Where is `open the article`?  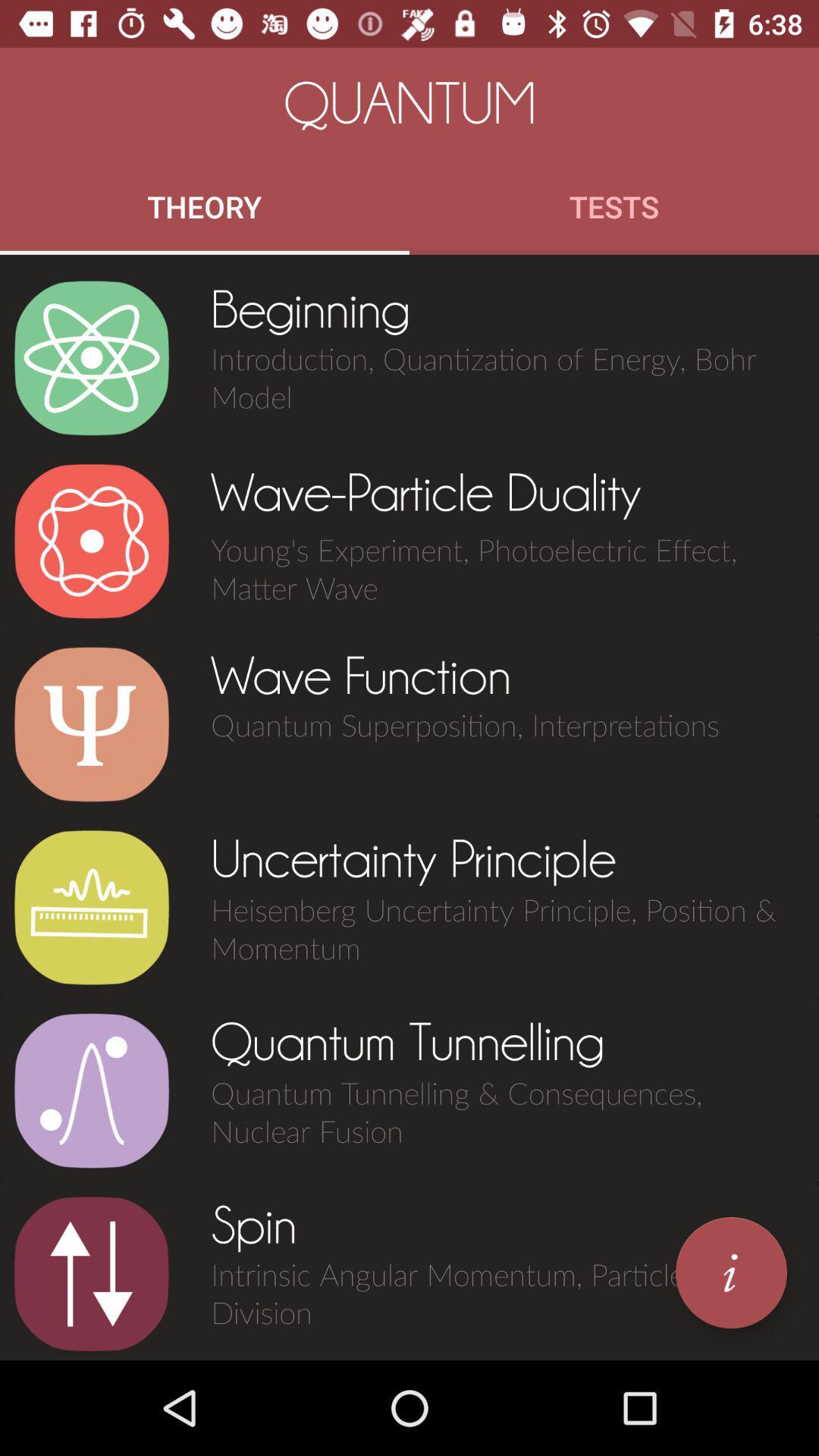
open the article is located at coordinates (91, 907).